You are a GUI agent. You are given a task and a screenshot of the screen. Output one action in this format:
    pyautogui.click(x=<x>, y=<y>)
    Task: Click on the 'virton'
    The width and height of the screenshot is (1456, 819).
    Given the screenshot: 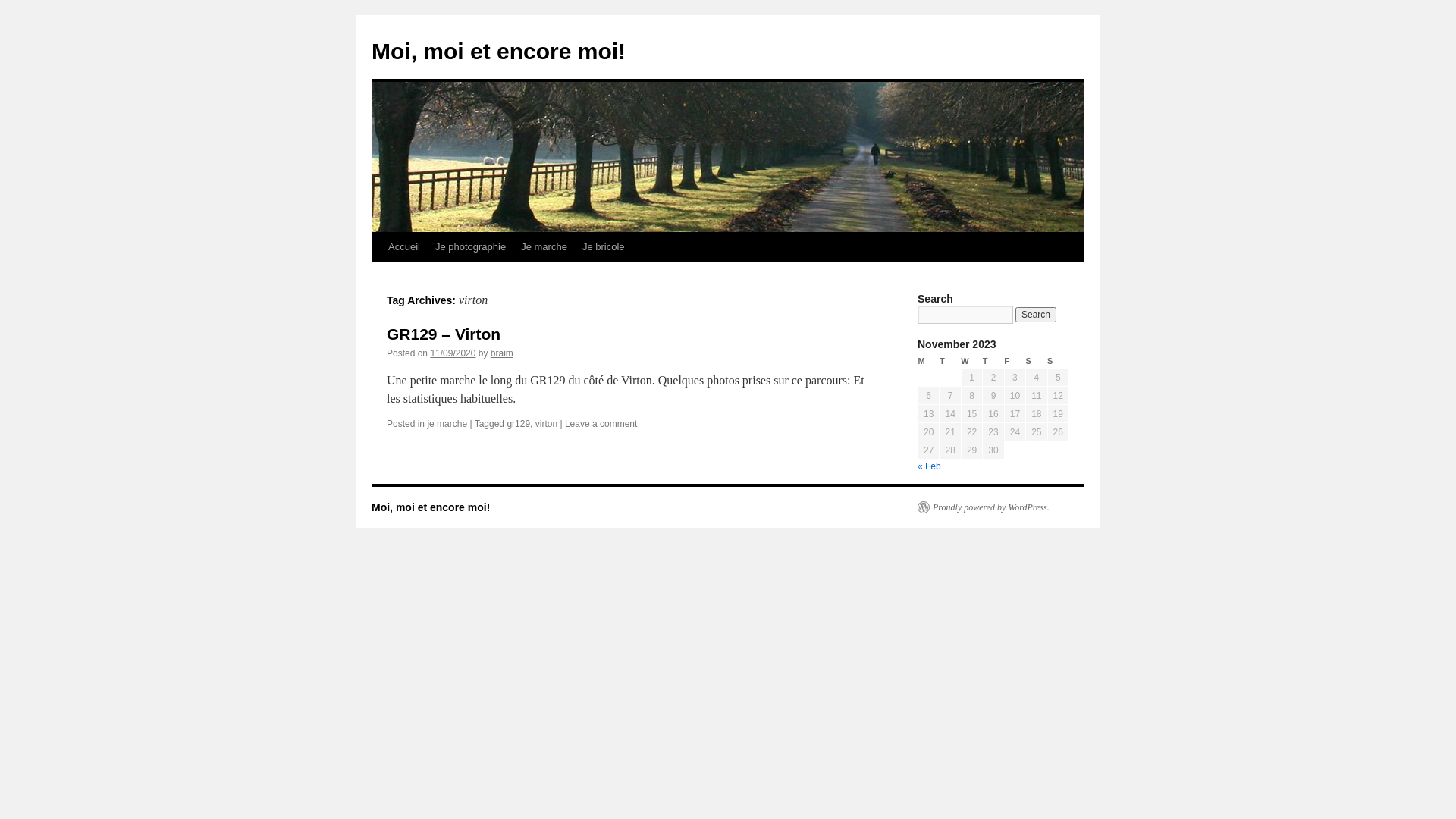 What is the action you would take?
    pyautogui.click(x=546, y=424)
    